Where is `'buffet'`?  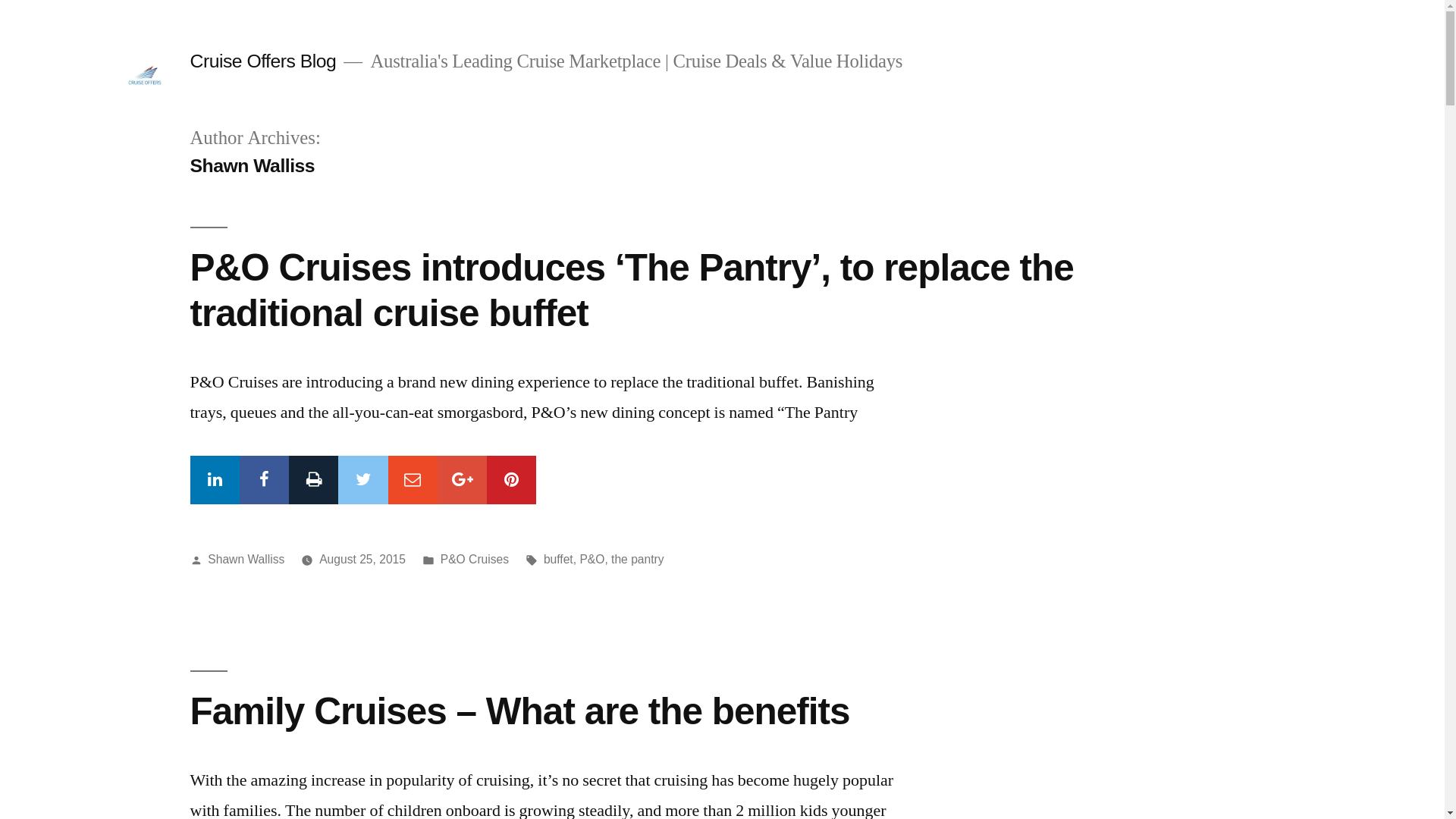 'buffet' is located at coordinates (557, 559).